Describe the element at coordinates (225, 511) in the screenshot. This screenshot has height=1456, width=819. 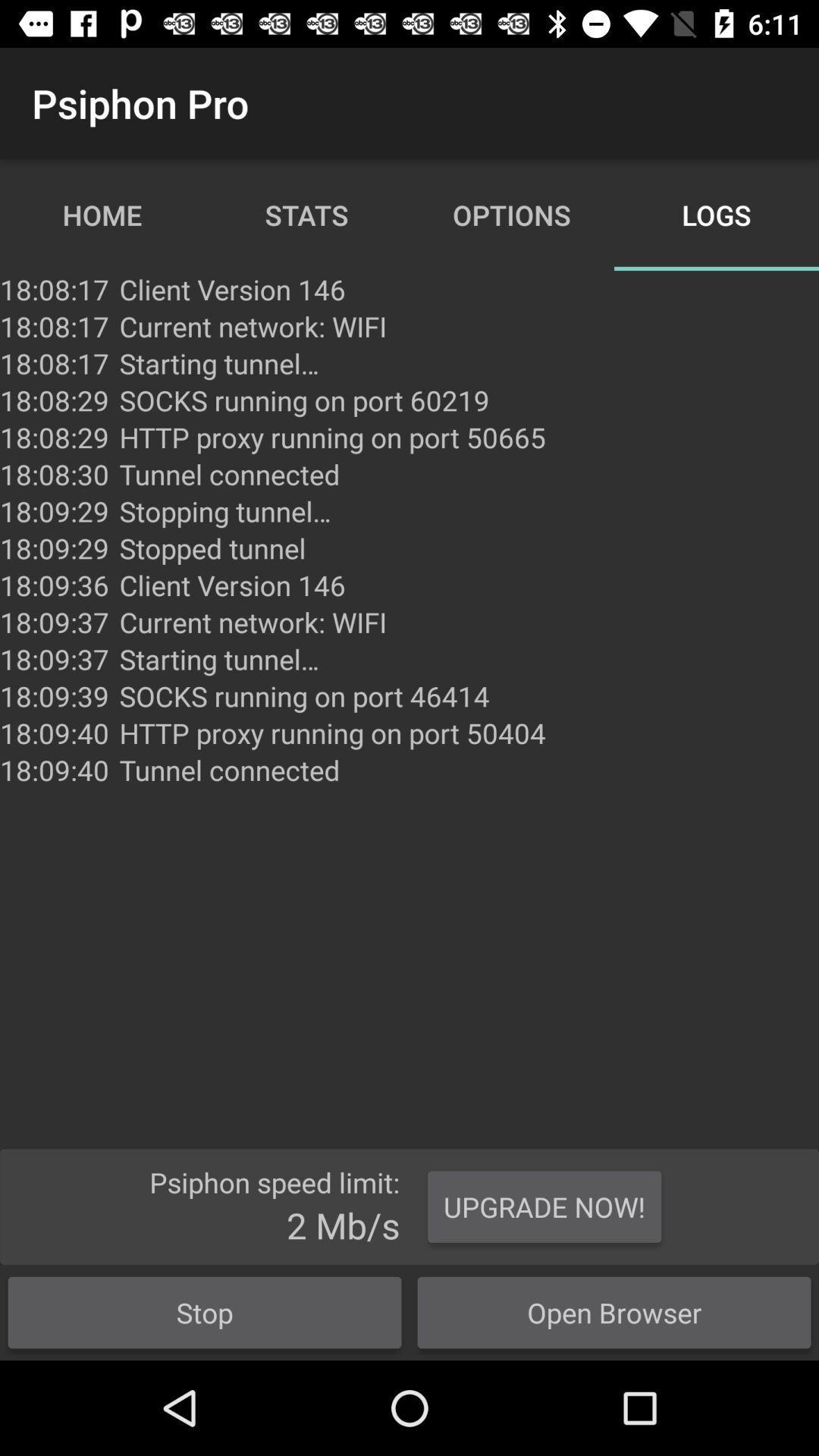
I see `icon above the stopped tunnel` at that location.